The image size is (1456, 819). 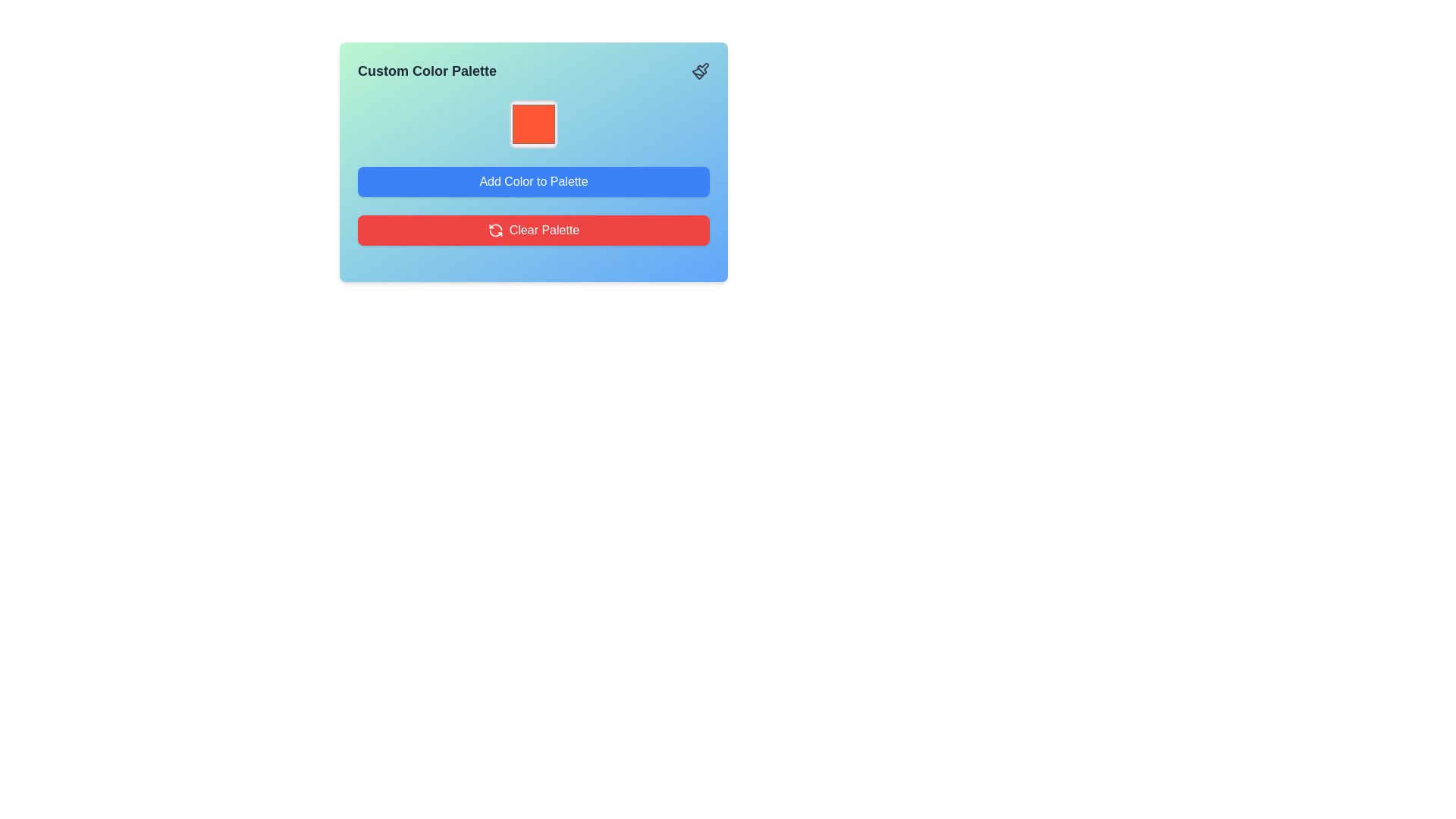 I want to click on the button that adds the currently selected color to a custom palette, located between a color preview box and a 'Clear Palette' button, so click(x=534, y=180).